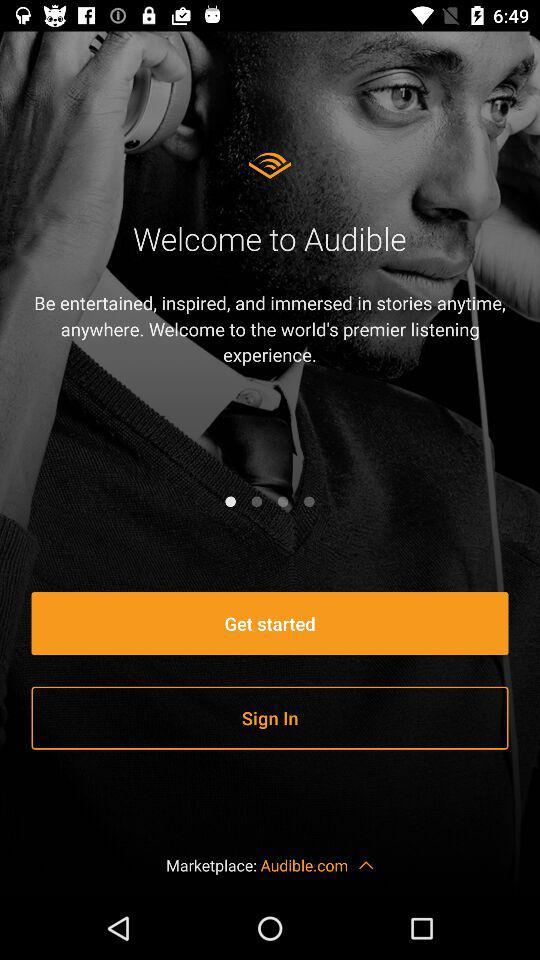 Image resolution: width=540 pixels, height=960 pixels. Describe the element at coordinates (282, 500) in the screenshot. I see `swipe left` at that location.